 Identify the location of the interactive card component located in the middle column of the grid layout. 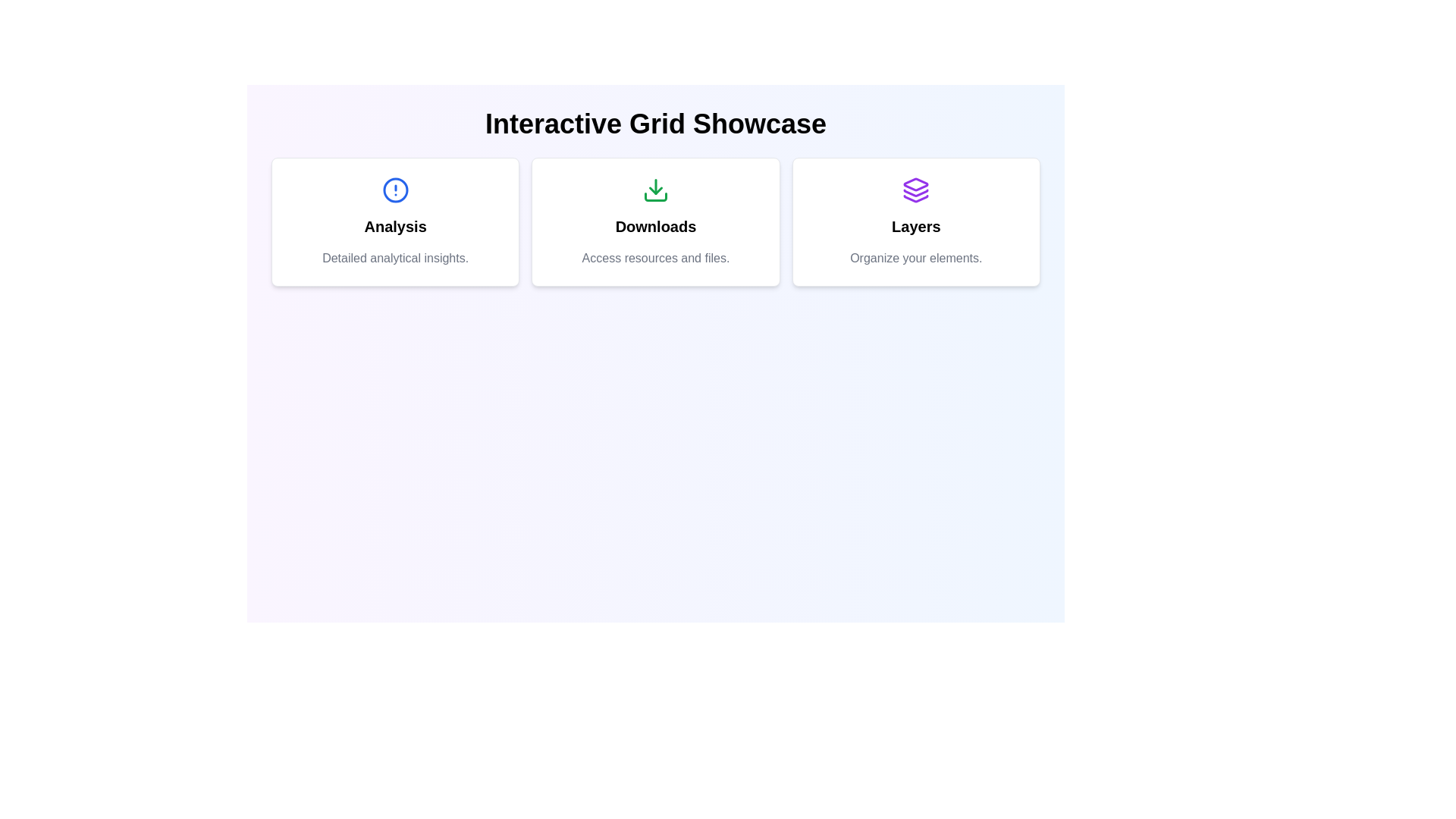
(655, 222).